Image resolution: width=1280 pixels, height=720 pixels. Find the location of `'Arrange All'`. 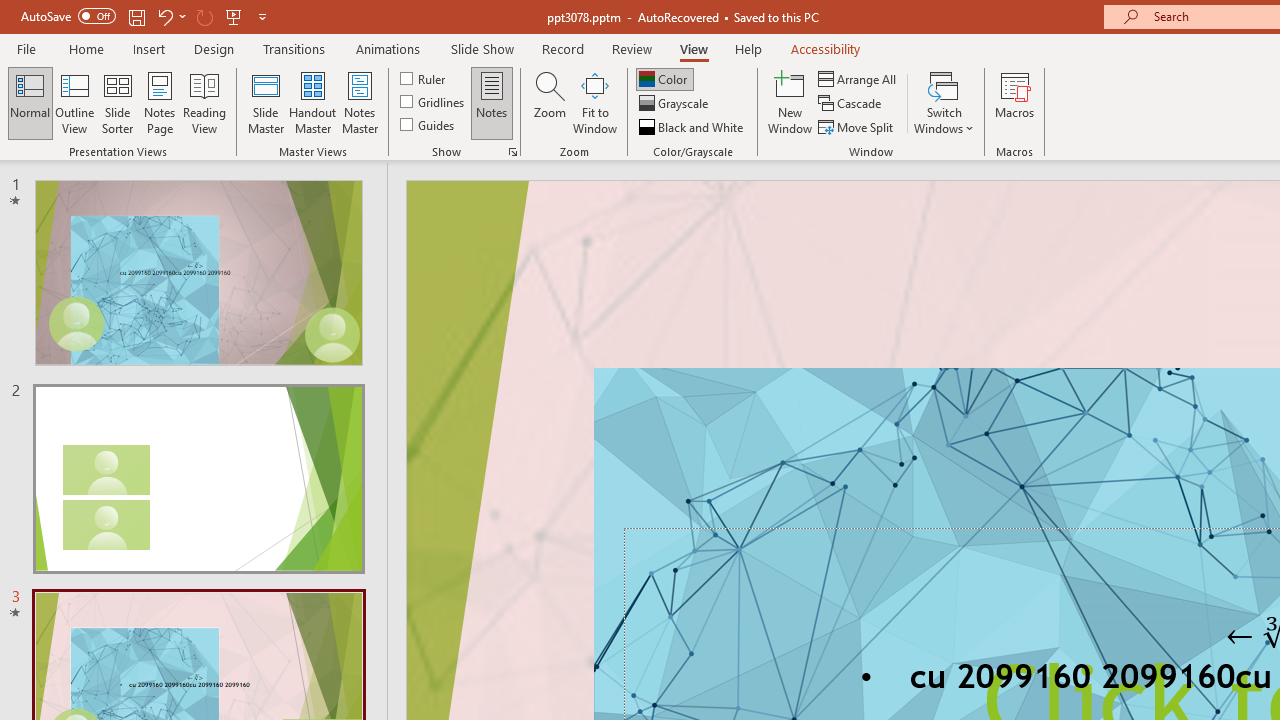

'Arrange All' is located at coordinates (858, 78).